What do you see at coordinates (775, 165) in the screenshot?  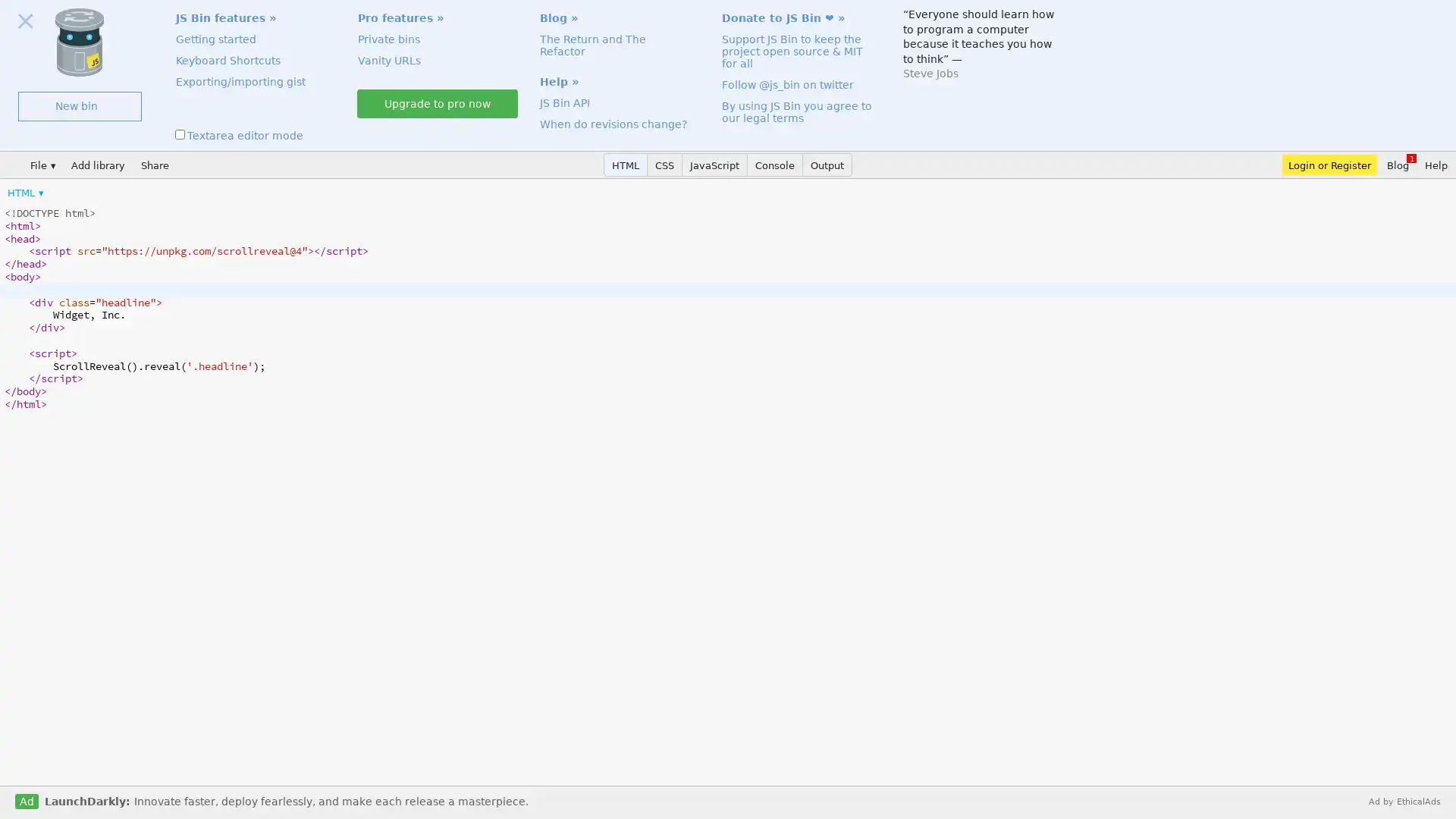 I see `Console Panel: Inactive` at bounding box center [775, 165].